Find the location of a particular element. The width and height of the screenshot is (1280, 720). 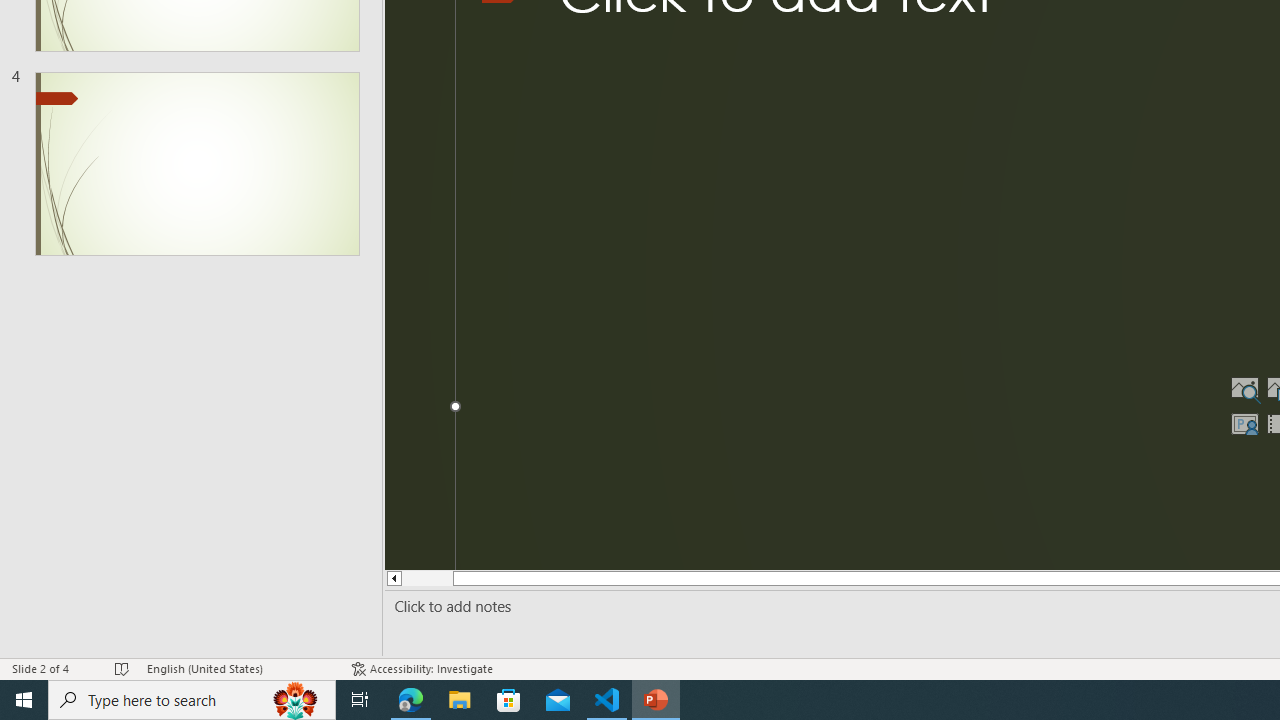

'Stock Images' is located at coordinates (1243, 388).